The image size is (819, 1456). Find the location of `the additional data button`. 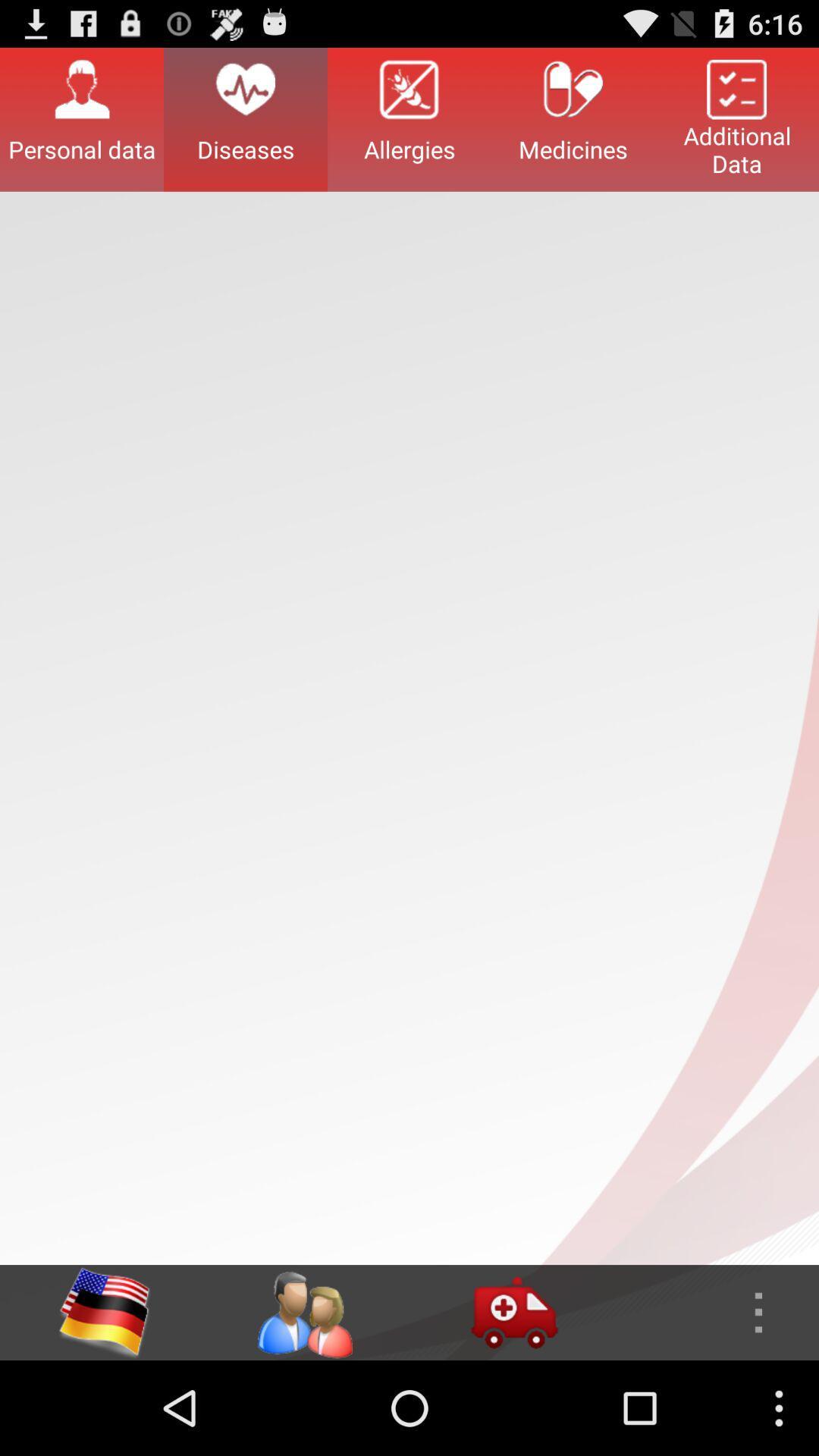

the additional data button is located at coordinates (736, 118).